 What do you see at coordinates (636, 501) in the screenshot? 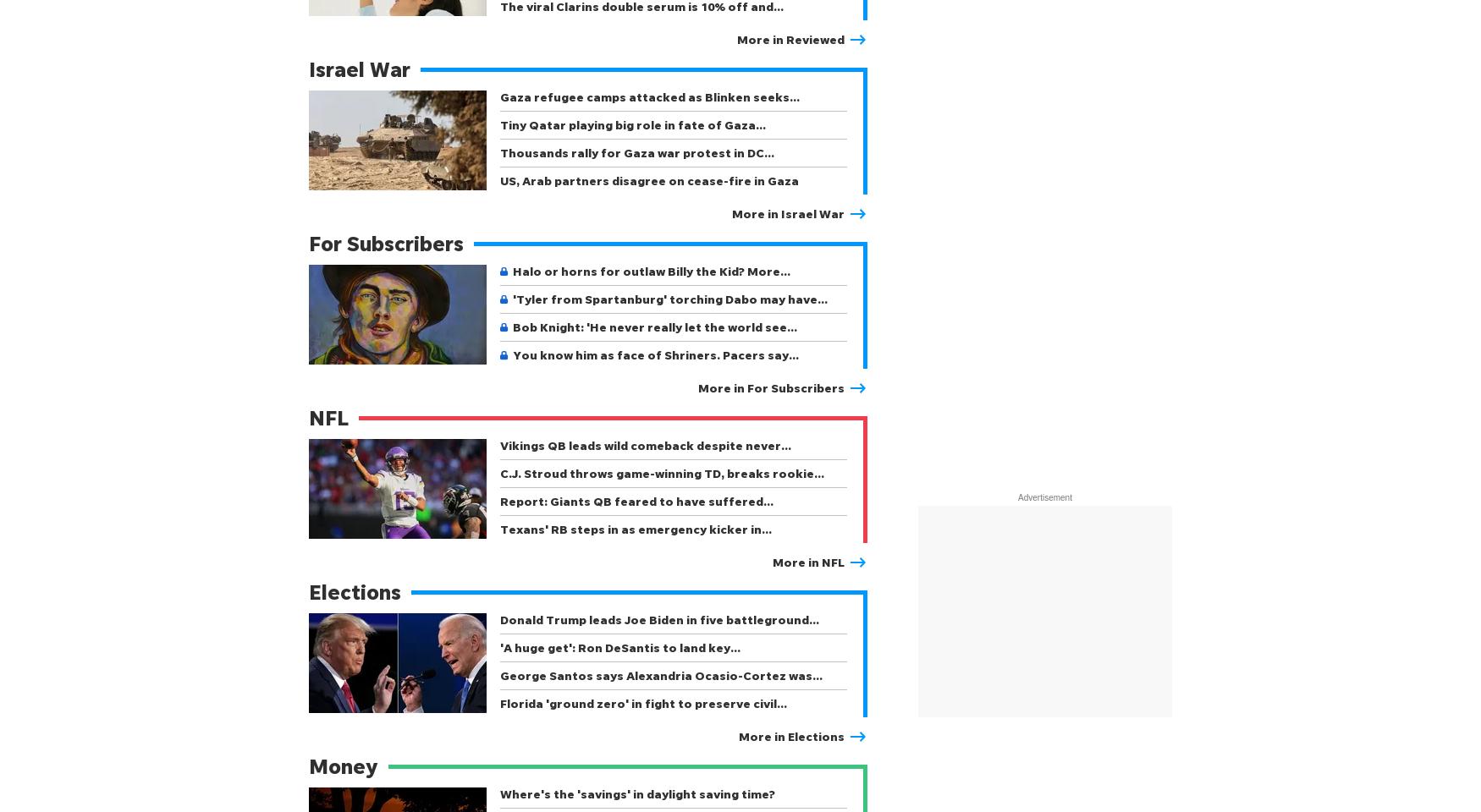
I see `'Report: Giants QB feared to have suffered…'` at bounding box center [636, 501].